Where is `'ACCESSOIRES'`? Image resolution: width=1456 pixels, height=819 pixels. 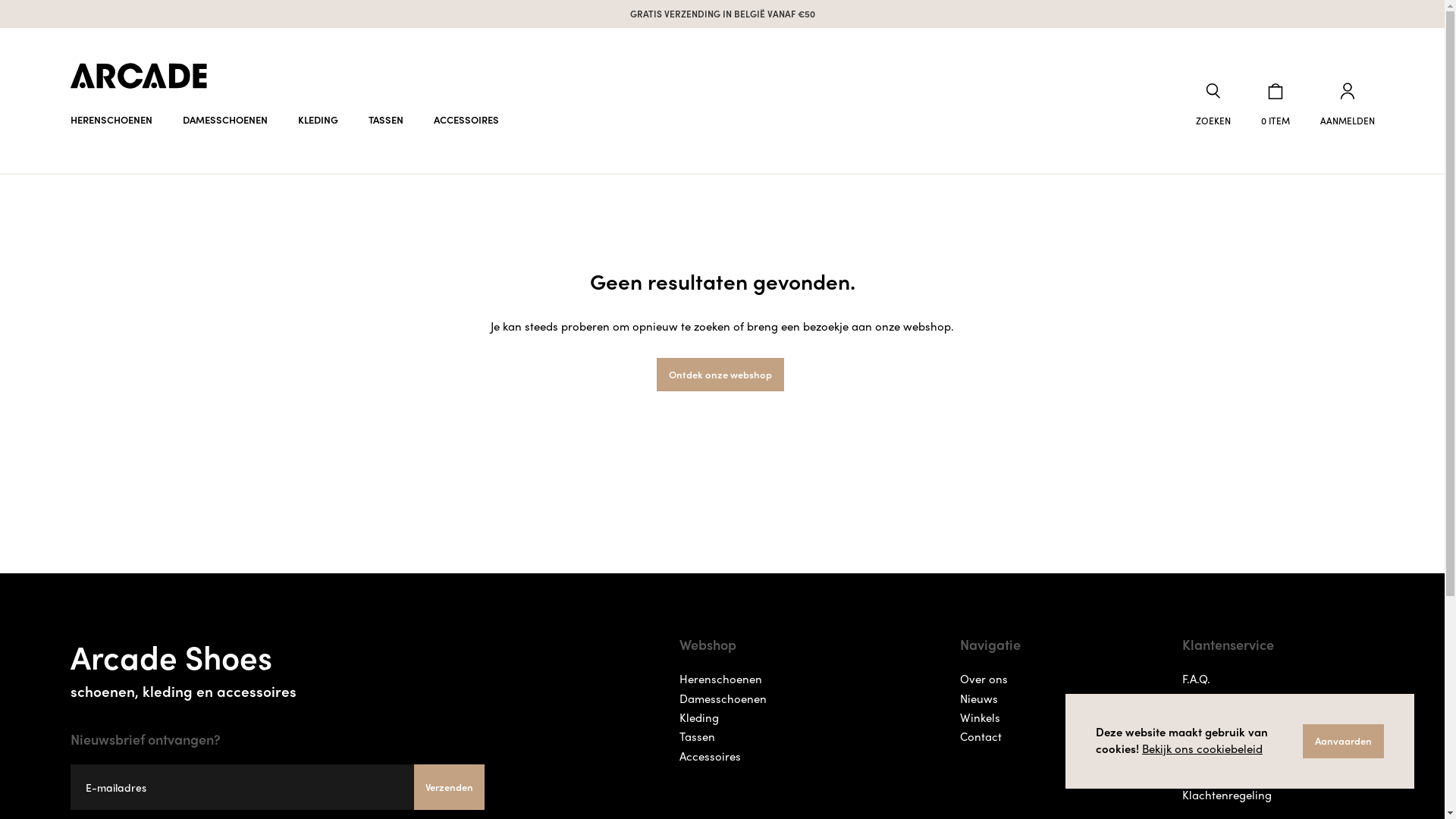
'ACCESSOIRES' is located at coordinates (419, 118).